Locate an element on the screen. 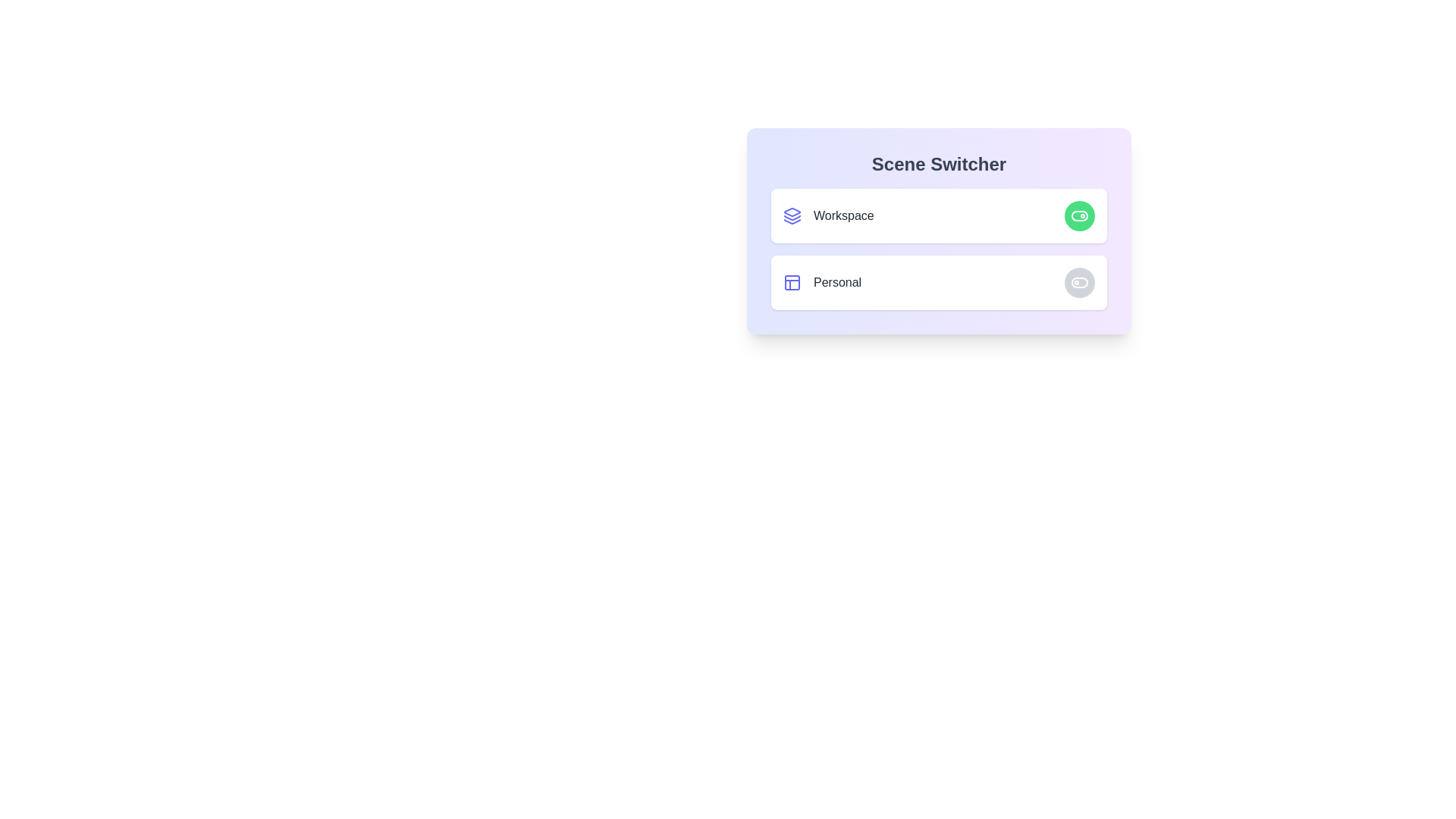 The height and width of the screenshot is (819, 1456). text label that says 'Personal', which is styled in dark gray font, medium weight, and is located under the 'Scene Switcher' section, second in the list is located at coordinates (836, 283).